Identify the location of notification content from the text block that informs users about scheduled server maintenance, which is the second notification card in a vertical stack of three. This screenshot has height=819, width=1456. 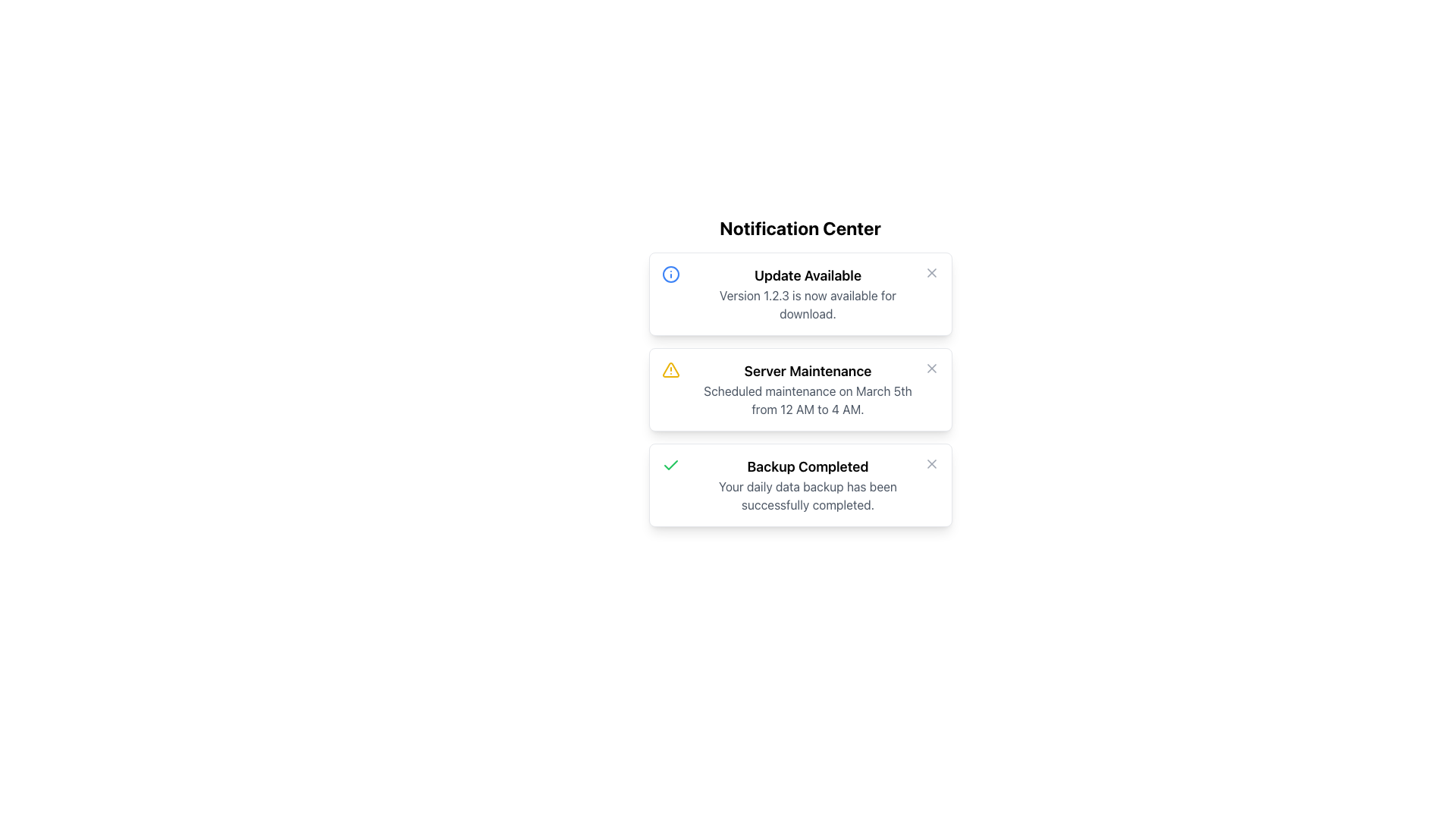
(807, 388).